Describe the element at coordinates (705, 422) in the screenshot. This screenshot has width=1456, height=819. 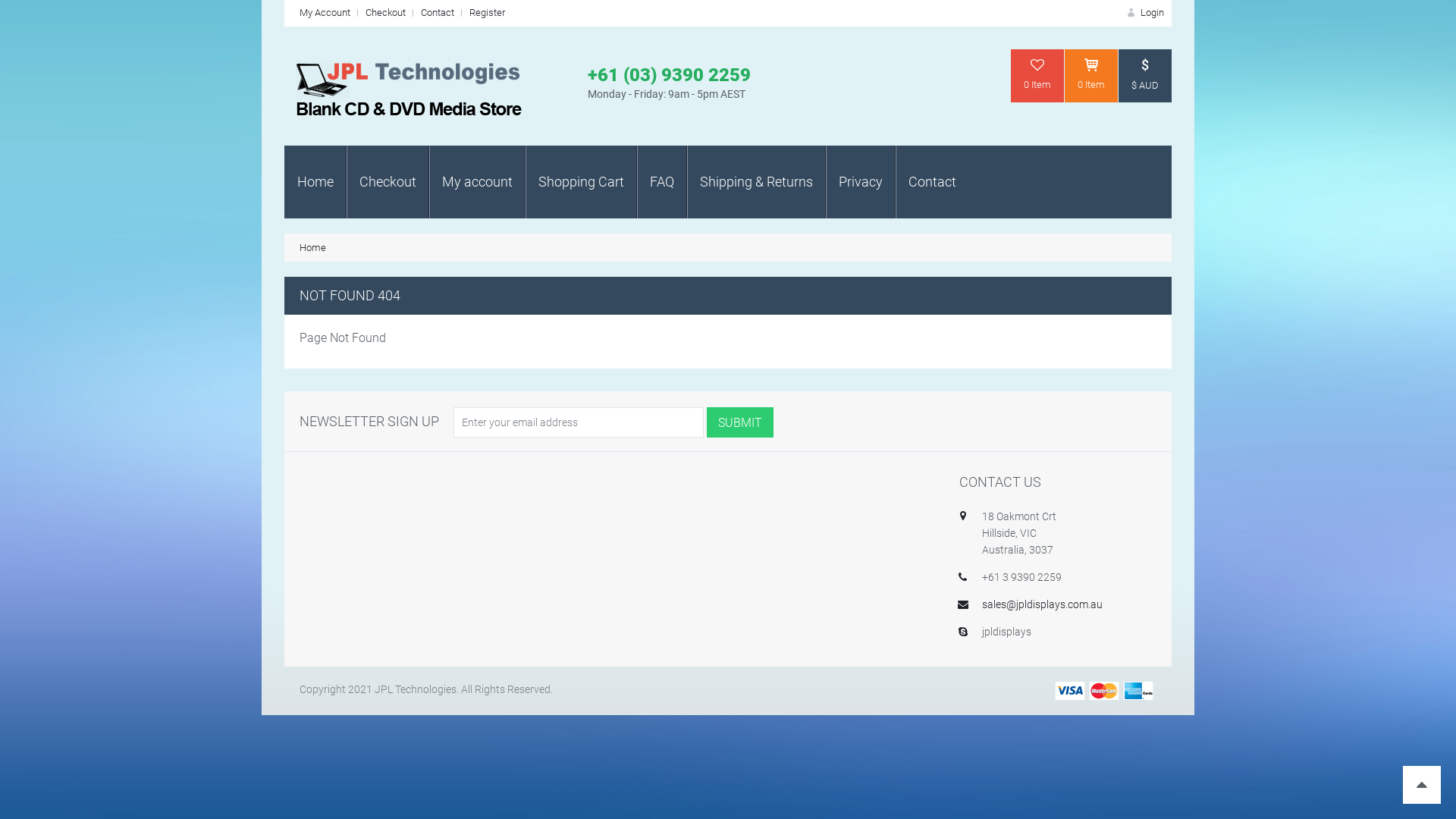
I see `'Submit'` at that location.